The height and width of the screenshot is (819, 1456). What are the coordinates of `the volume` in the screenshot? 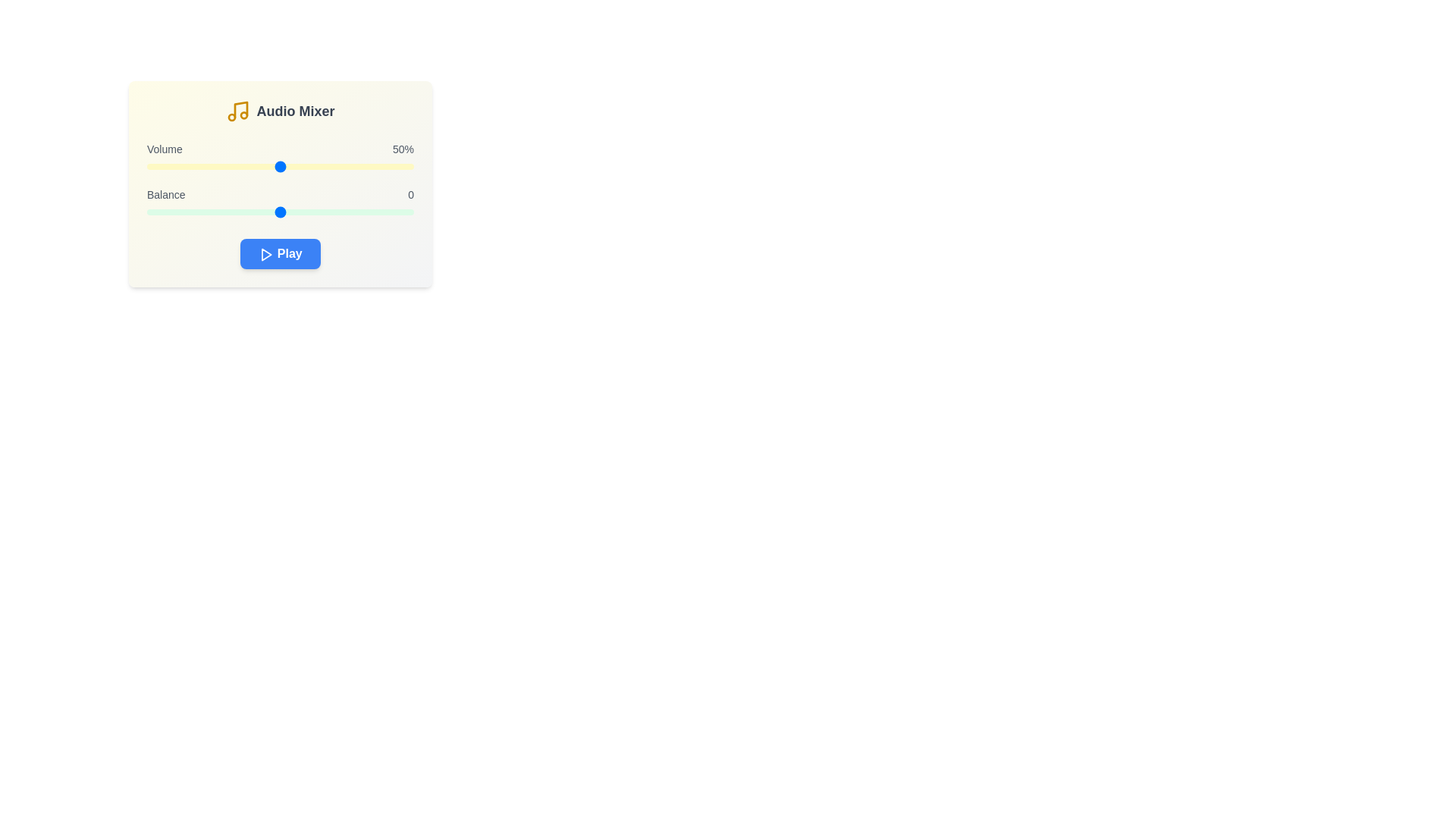 It's located at (184, 166).